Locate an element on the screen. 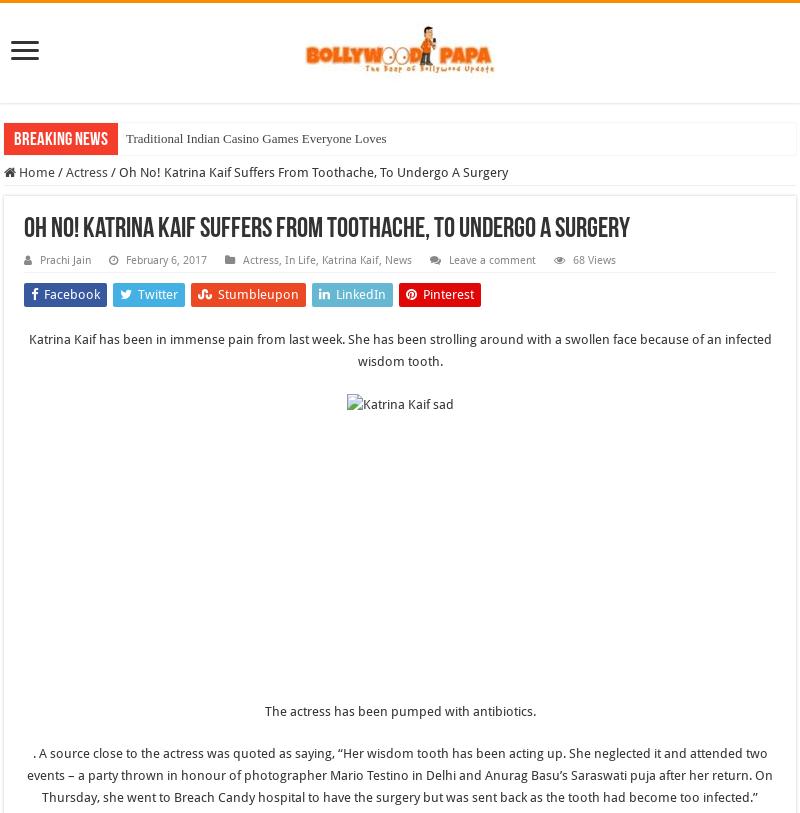 Image resolution: width=800 pixels, height=813 pixels. 'Katrina Kaif has been in immense pain from last week. She has been strolling around with a swollen face because of an infected wisdom tooth.' is located at coordinates (398, 349).